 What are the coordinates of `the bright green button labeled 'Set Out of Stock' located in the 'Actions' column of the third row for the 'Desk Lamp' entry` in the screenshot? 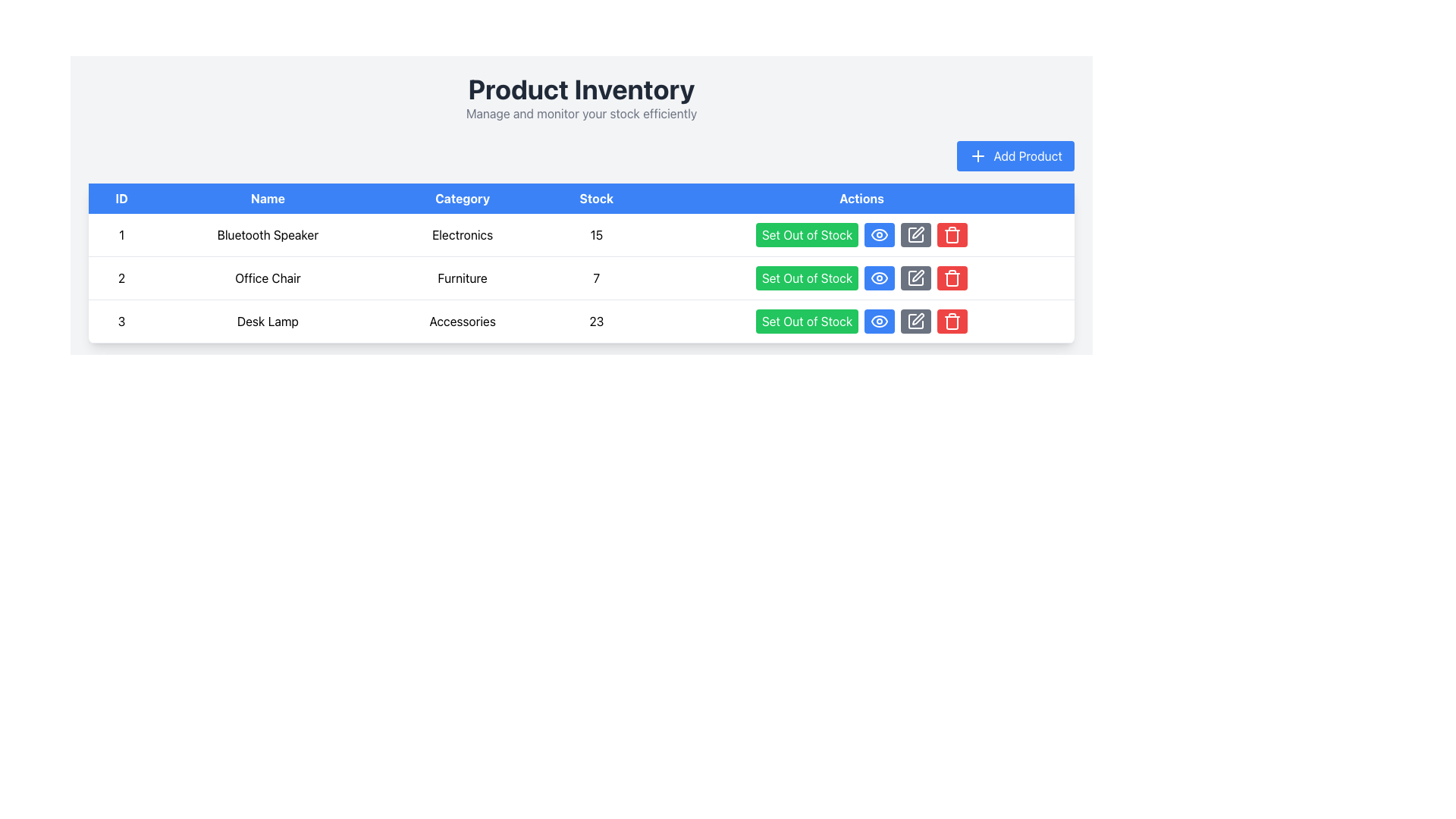 It's located at (806, 321).